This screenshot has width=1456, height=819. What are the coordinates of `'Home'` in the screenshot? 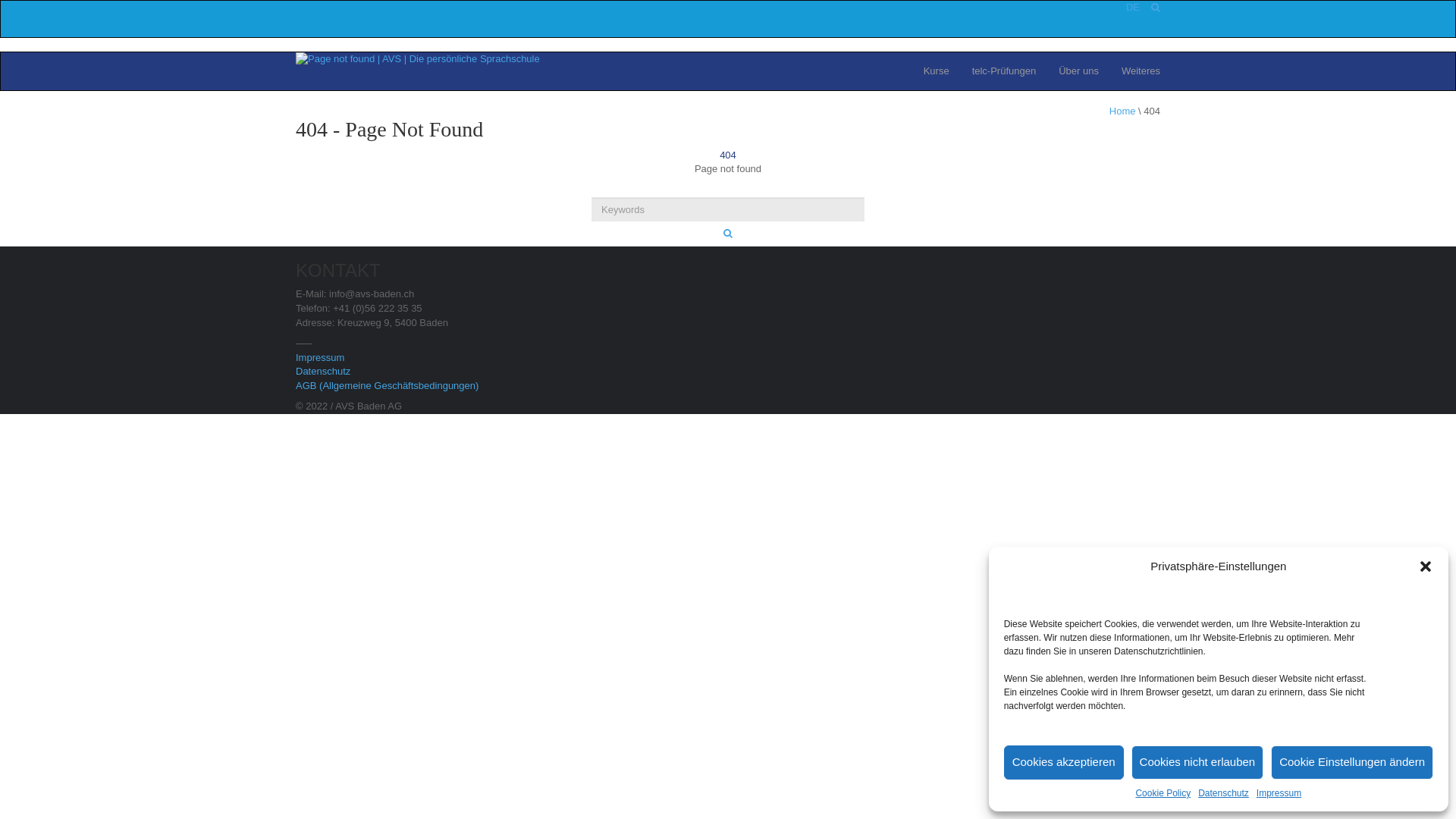 It's located at (1122, 110).